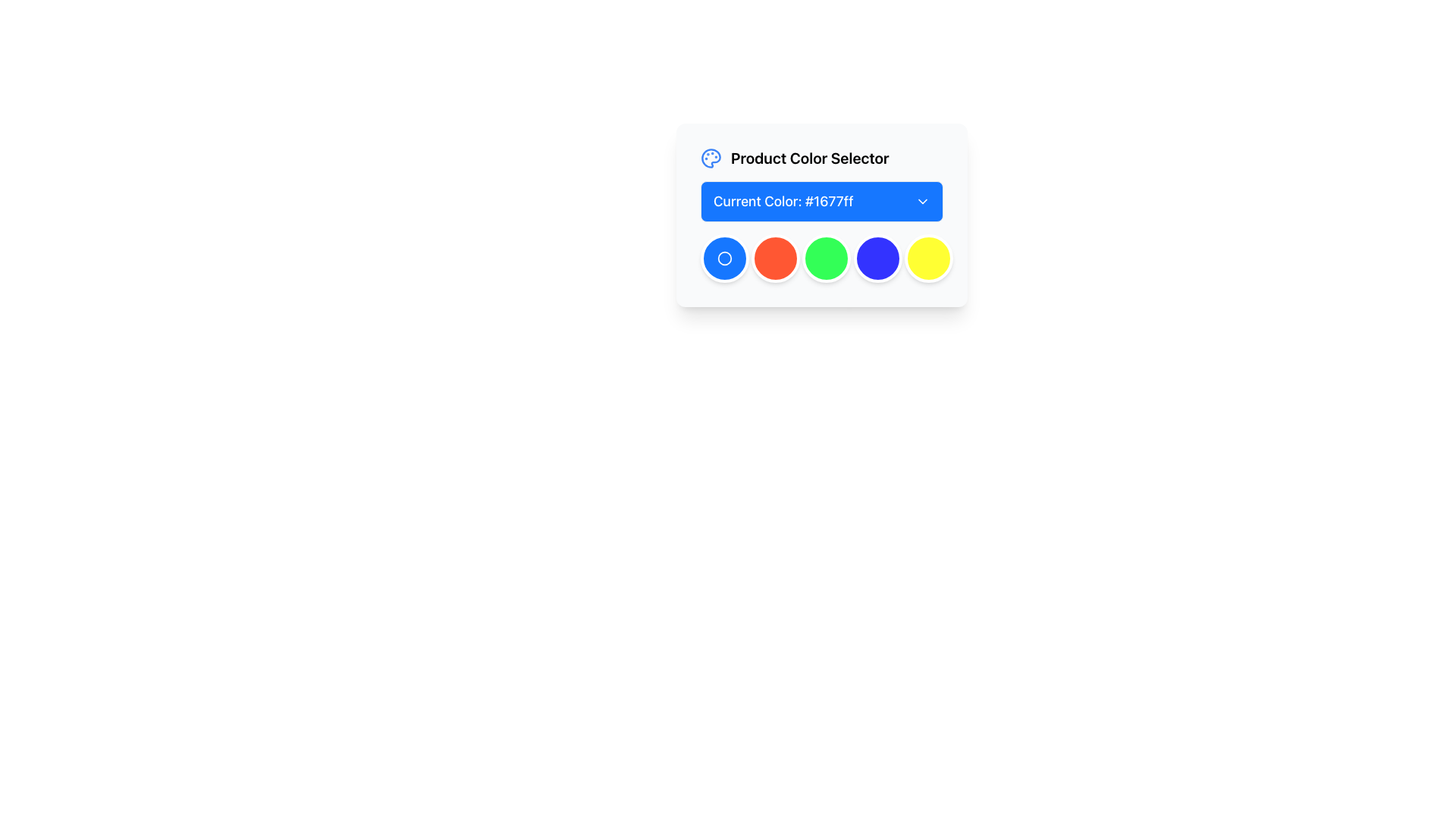 The width and height of the screenshot is (1456, 819). I want to click on the Dropdown Selector displaying 'Current Color: #1677ff' in white with a blue background, located below 'Product Color Selector', so click(821, 201).